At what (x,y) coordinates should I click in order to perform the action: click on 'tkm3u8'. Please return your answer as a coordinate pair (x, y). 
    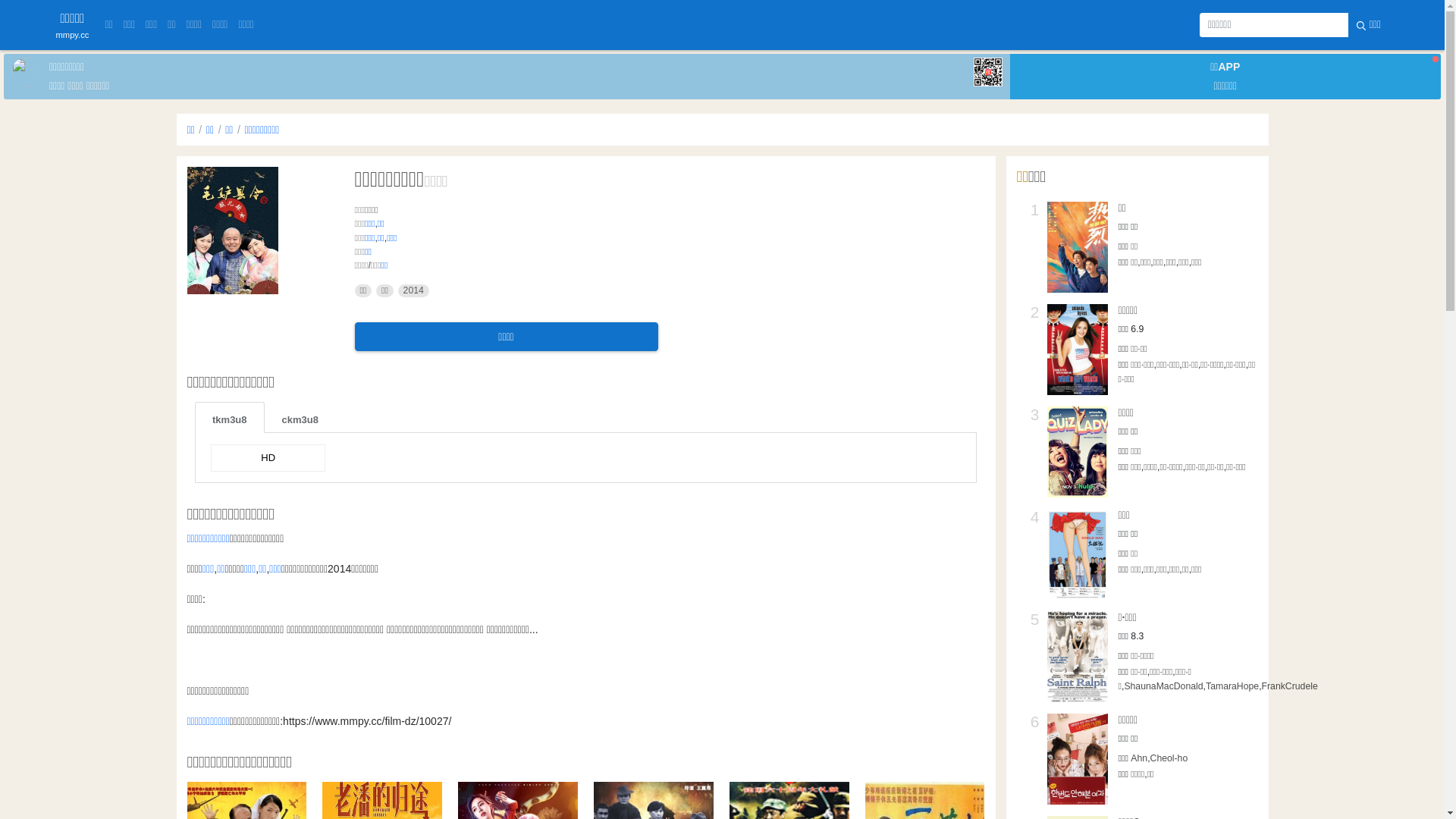
    Looking at the image, I should click on (228, 417).